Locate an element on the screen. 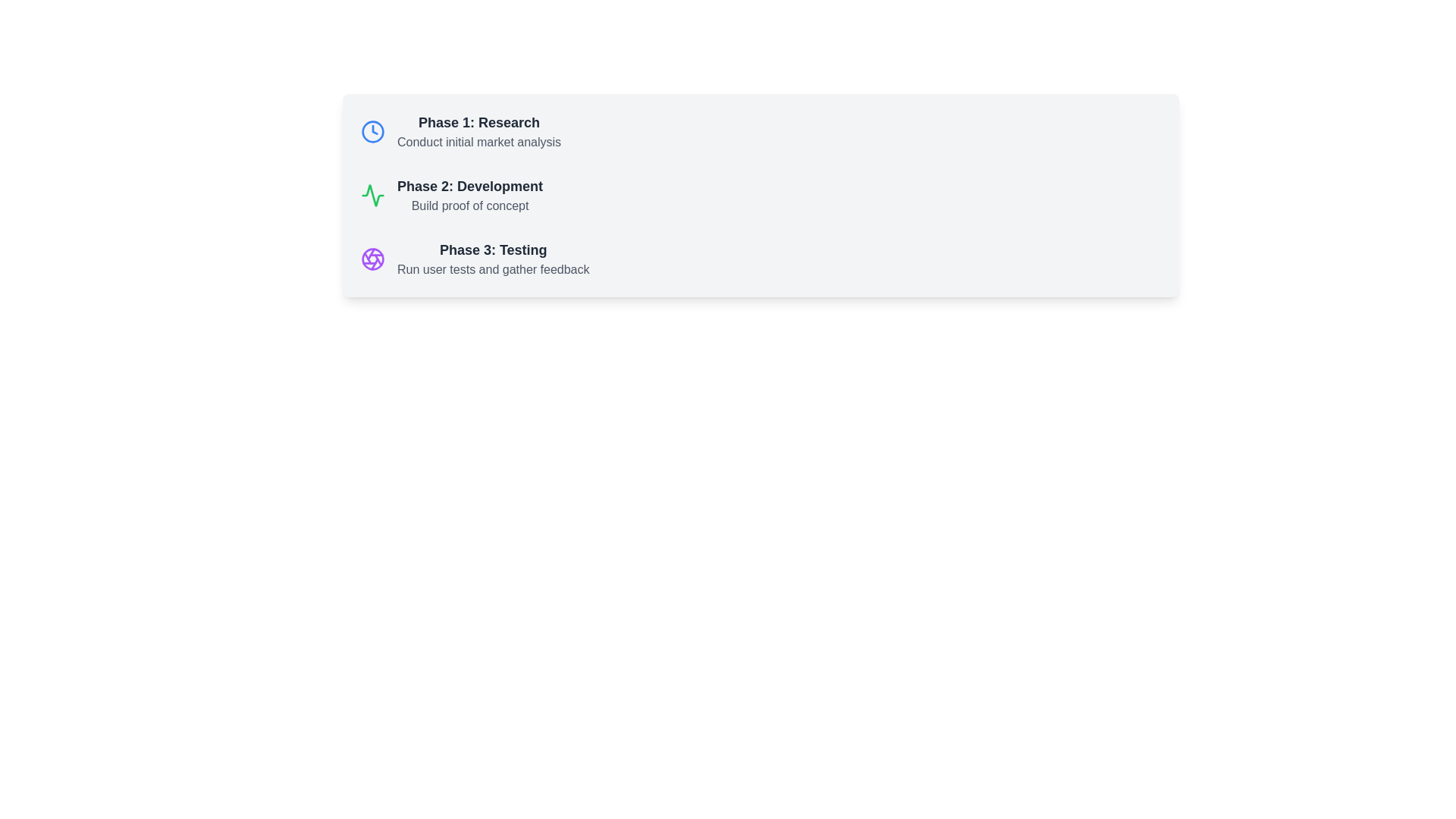 This screenshot has height=819, width=1456. the text label reading 'Build proof of concept', which is styled in a smaller gray font and positioned below the bold title 'Phase 2: Development' is located at coordinates (469, 206).